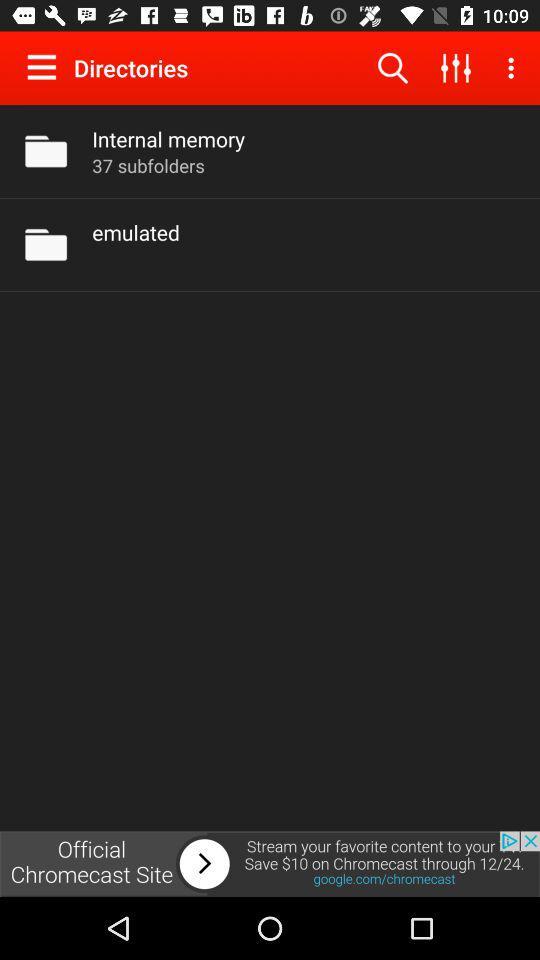 This screenshot has width=540, height=960. Describe the element at coordinates (46, 67) in the screenshot. I see `click for menu` at that location.